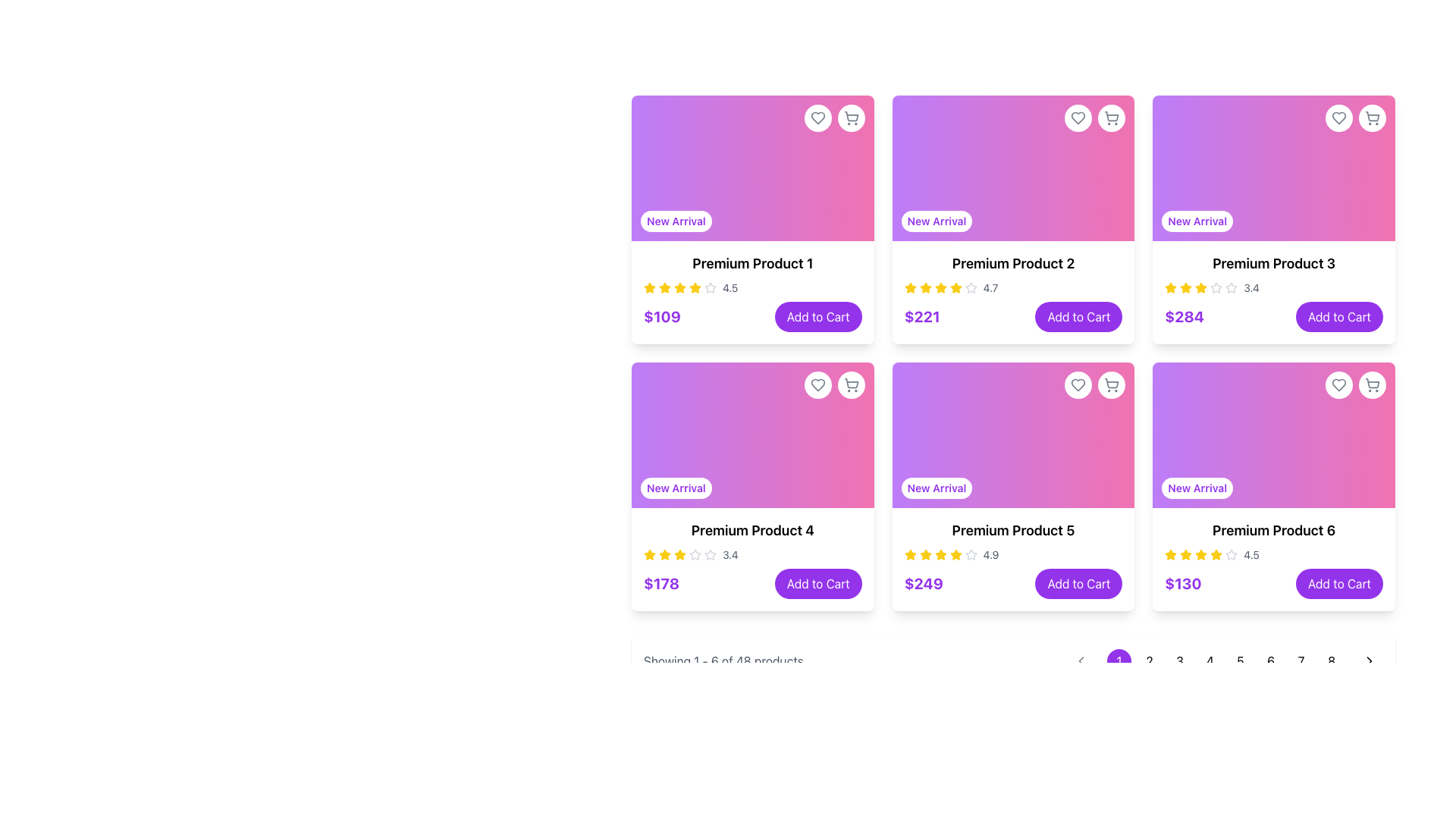 This screenshot has width=1456, height=819. I want to click on the heart-shaped favorite button icon located at the upper-right corner of the fourth product card, so click(1078, 384).